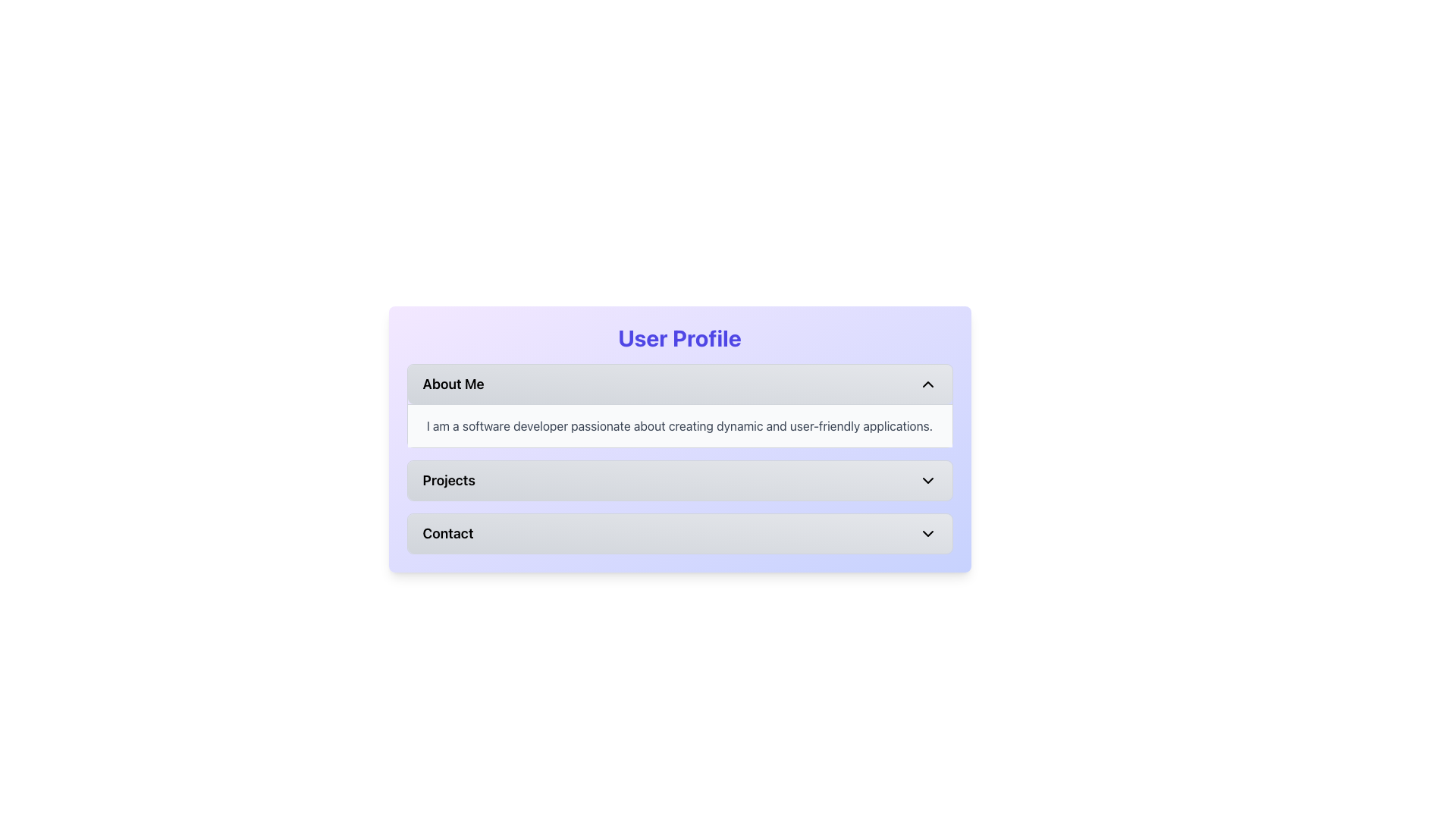 This screenshot has height=819, width=1456. I want to click on the 'Projects' collapsible button within the 'User Profile' section, so click(679, 480).